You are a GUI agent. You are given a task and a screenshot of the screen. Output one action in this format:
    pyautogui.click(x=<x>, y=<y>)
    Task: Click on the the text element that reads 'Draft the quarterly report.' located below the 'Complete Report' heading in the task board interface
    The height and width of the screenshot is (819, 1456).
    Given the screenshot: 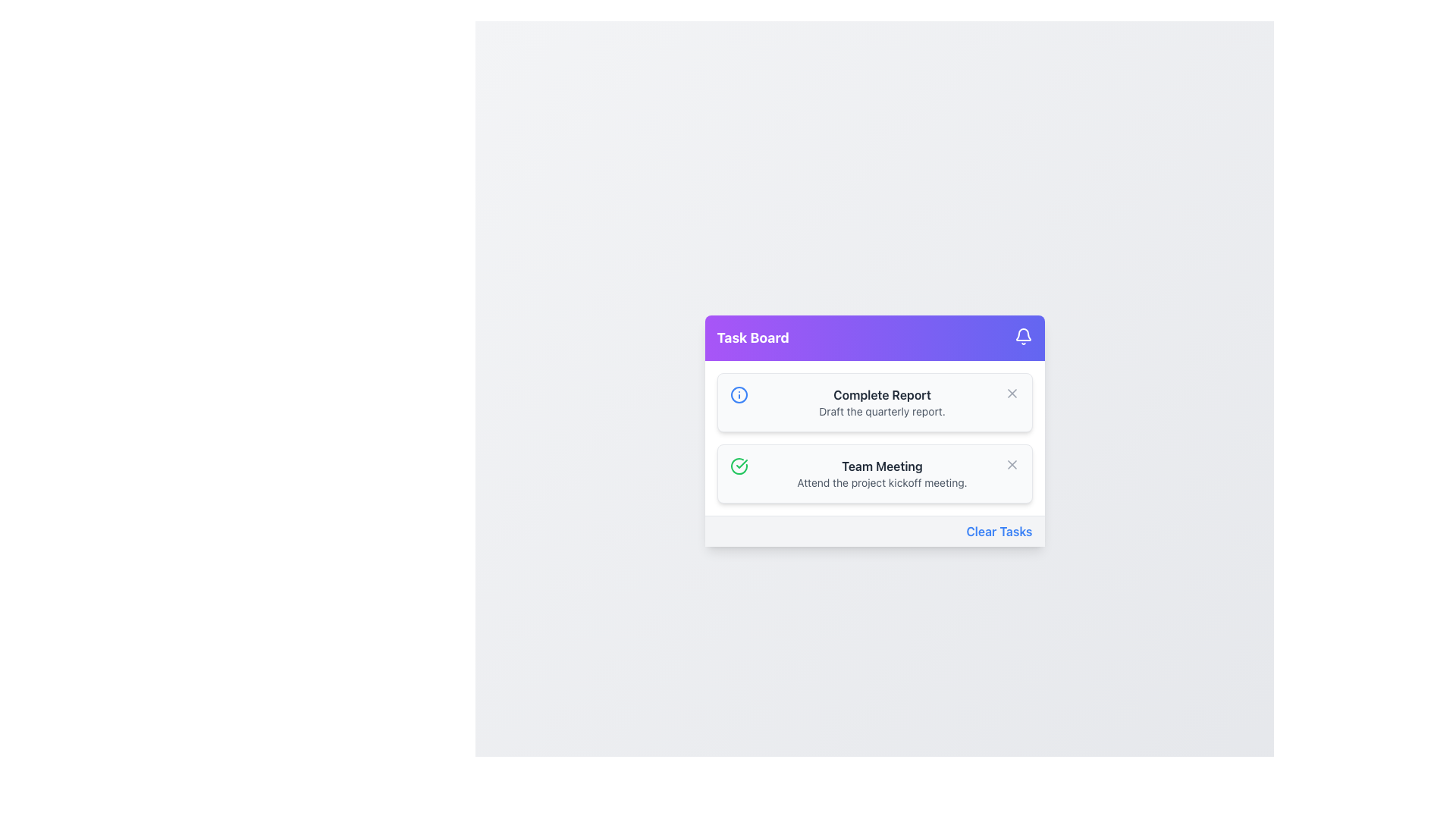 What is the action you would take?
    pyautogui.click(x=882, y=411)
    